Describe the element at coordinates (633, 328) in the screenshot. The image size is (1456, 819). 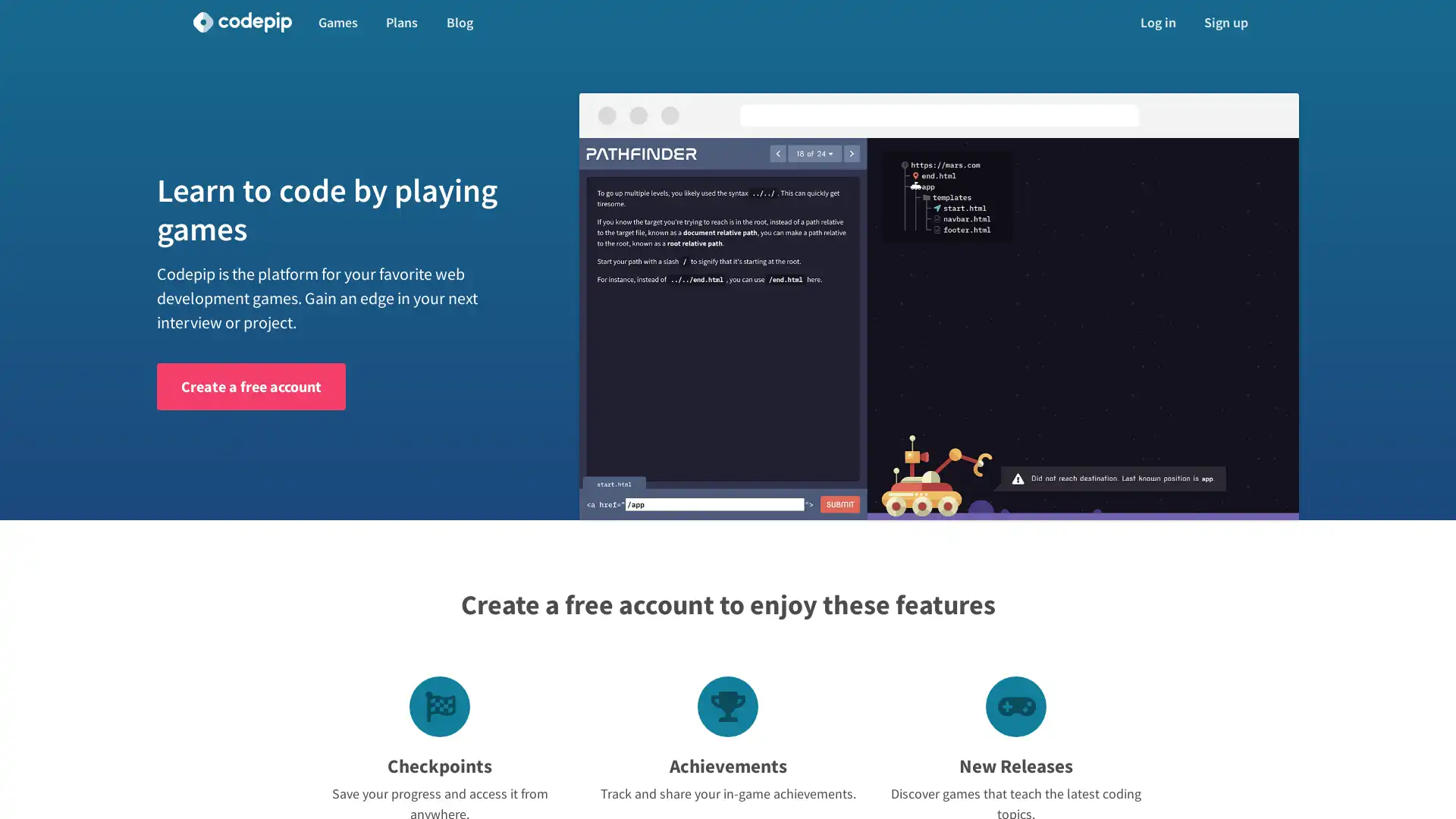
I see `Previous` at that location.